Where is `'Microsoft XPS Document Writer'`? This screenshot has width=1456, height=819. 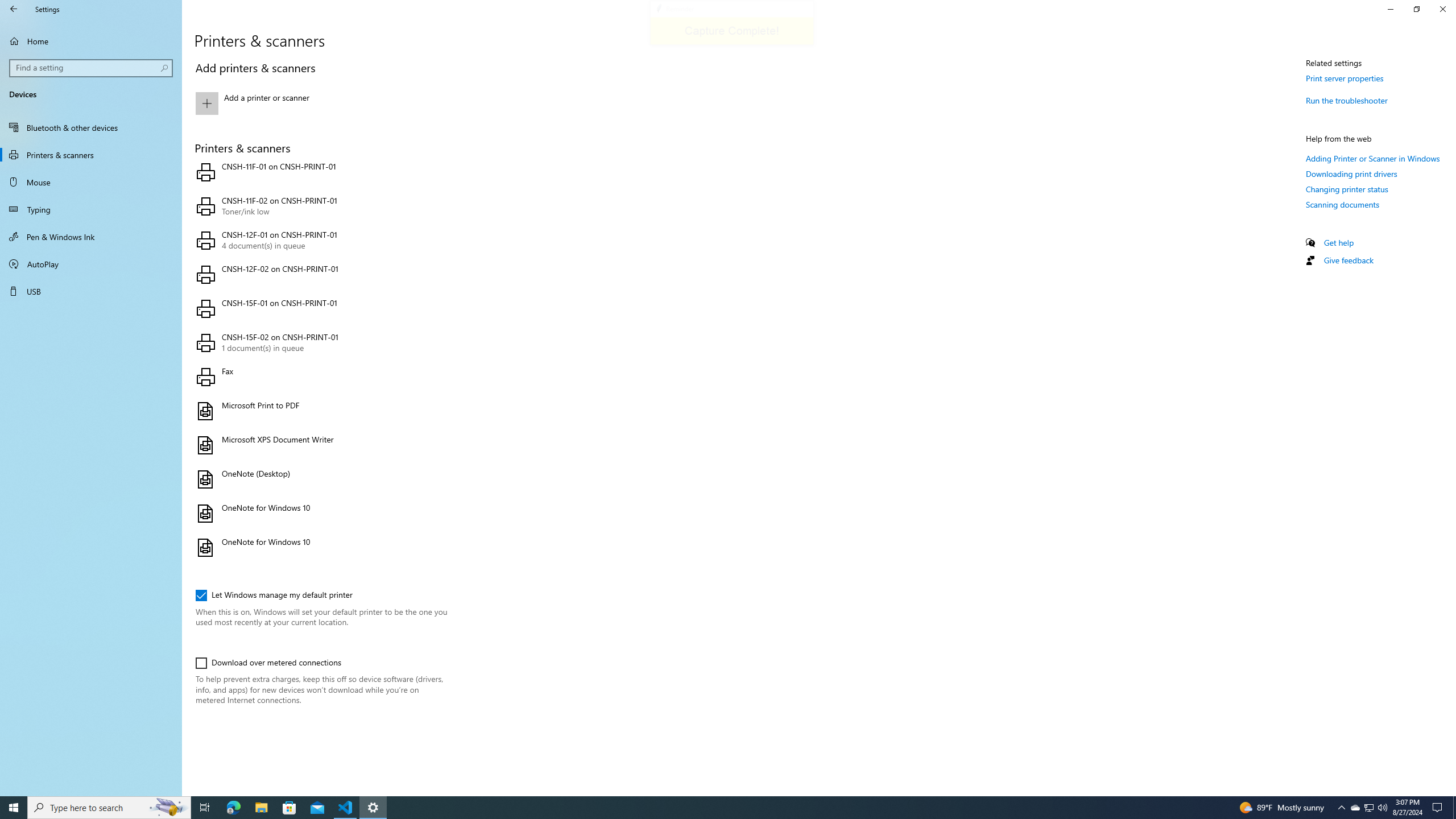 'Microsoft XPS Document Writer' is located at coordinates (318, 445).